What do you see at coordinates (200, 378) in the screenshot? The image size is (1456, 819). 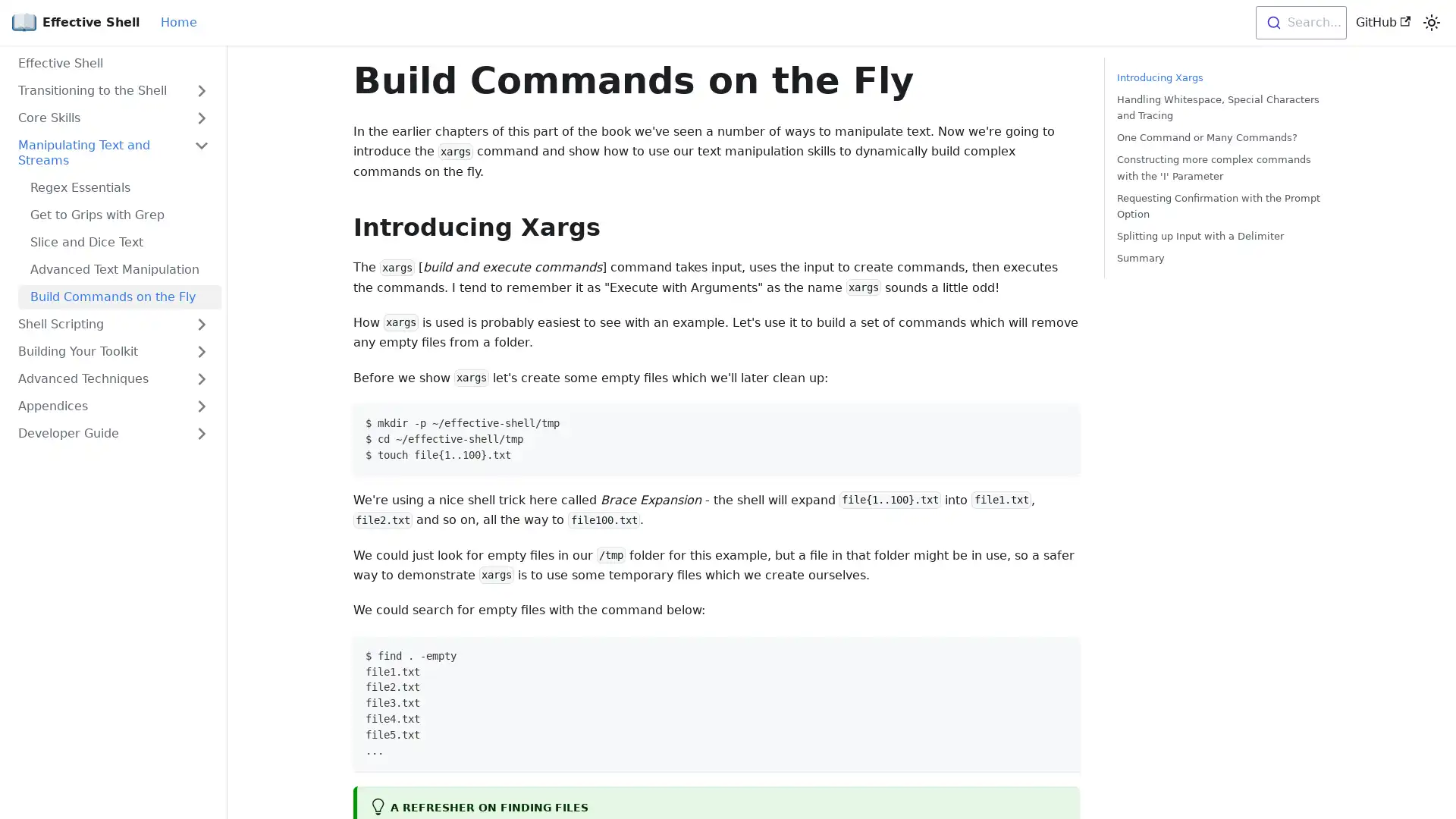 I see `Toggle the collapsible sidebar category 'Advanced Techniques'` at bounding box center [200, 378].